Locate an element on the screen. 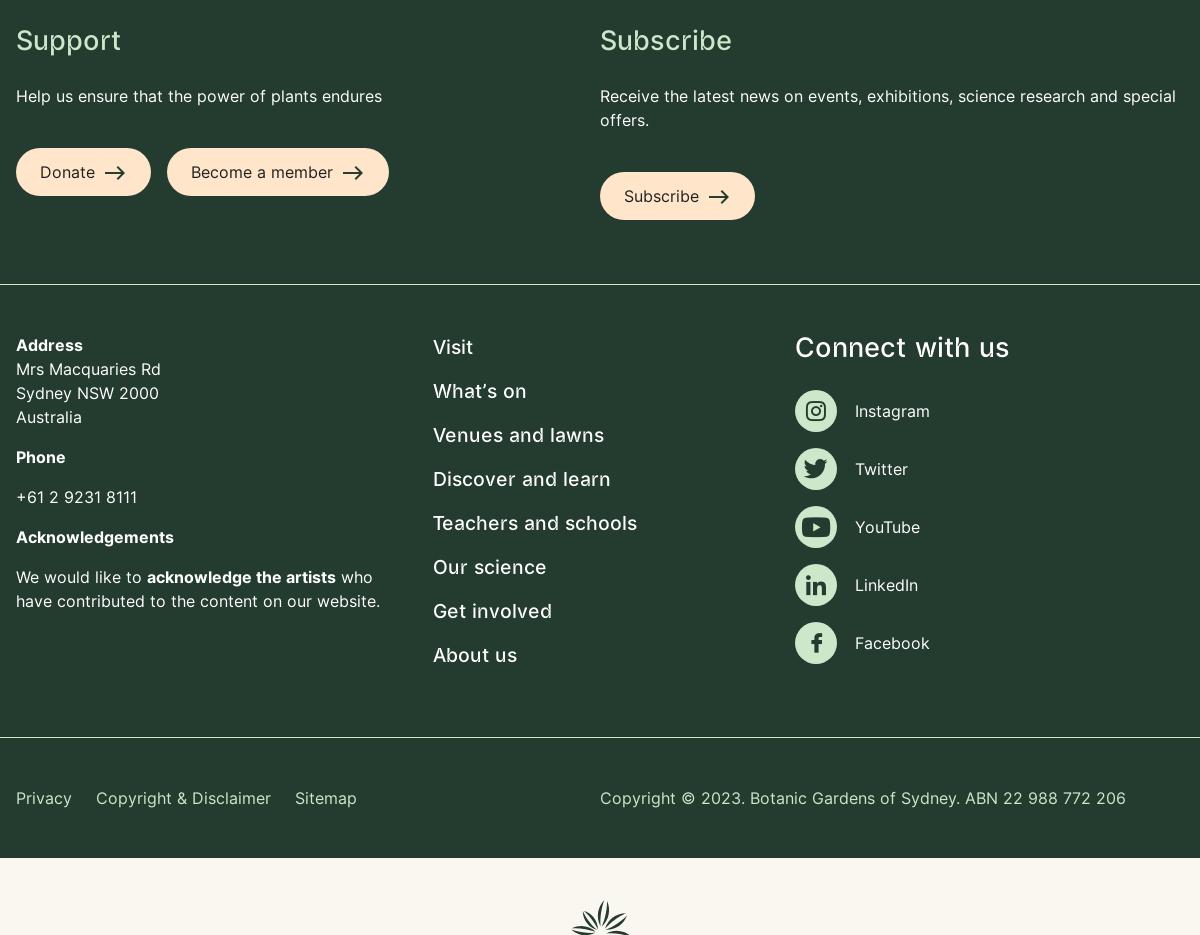  'Support' is located at coordinates (68, 40).